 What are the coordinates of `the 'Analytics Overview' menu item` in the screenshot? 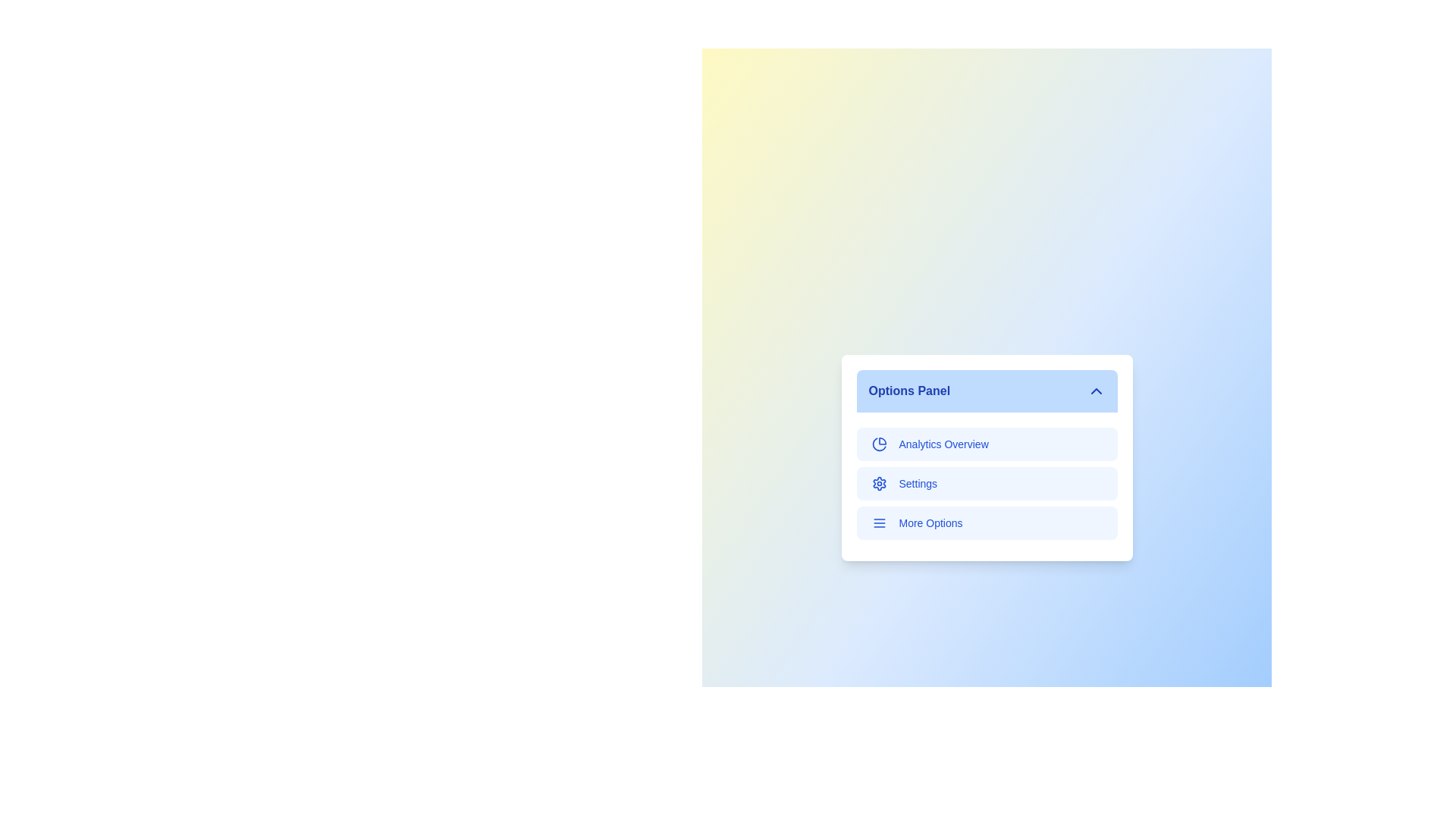 It's located at (987, 444).